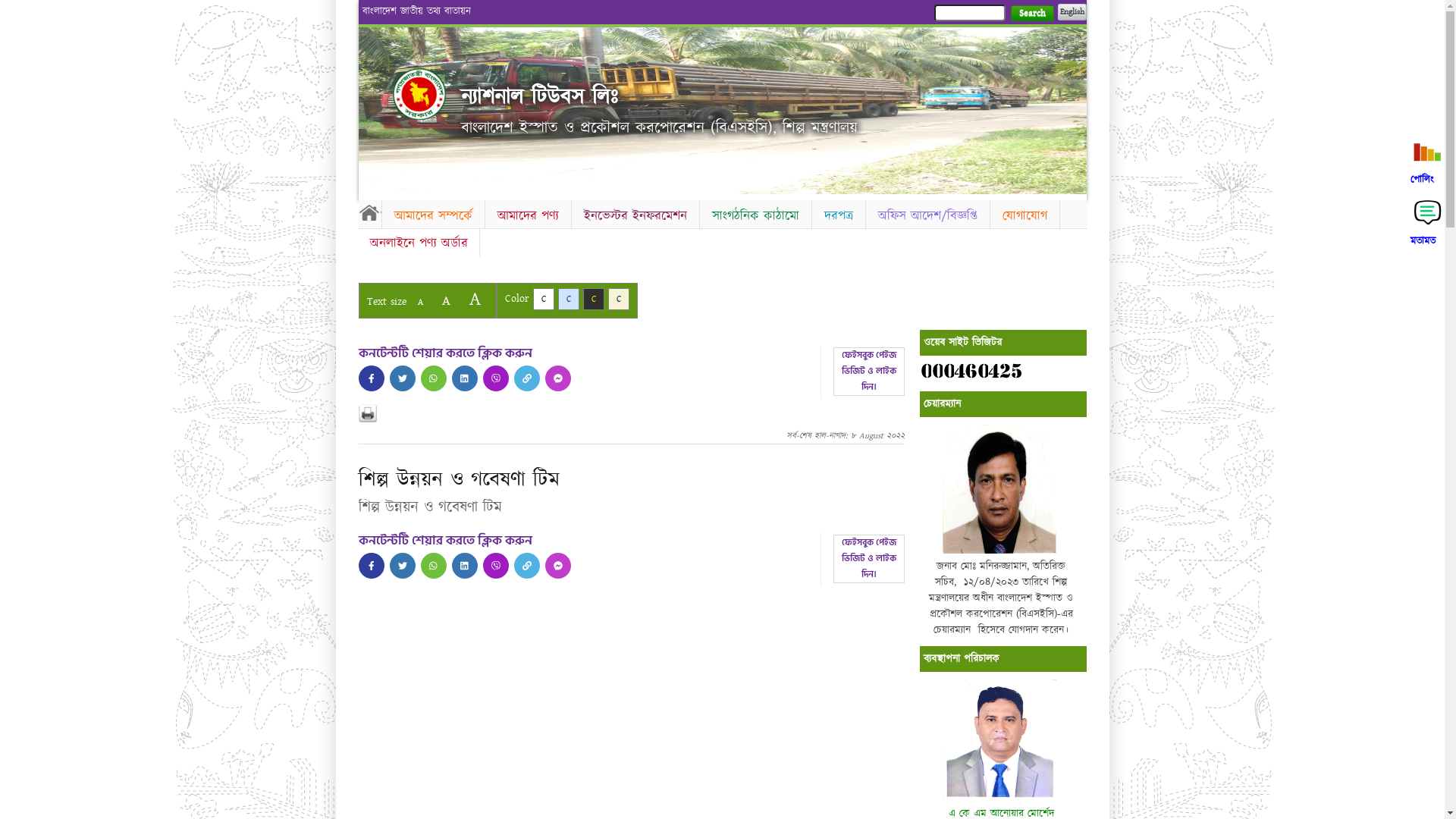  I want to click on 'A', so click(473, 299).